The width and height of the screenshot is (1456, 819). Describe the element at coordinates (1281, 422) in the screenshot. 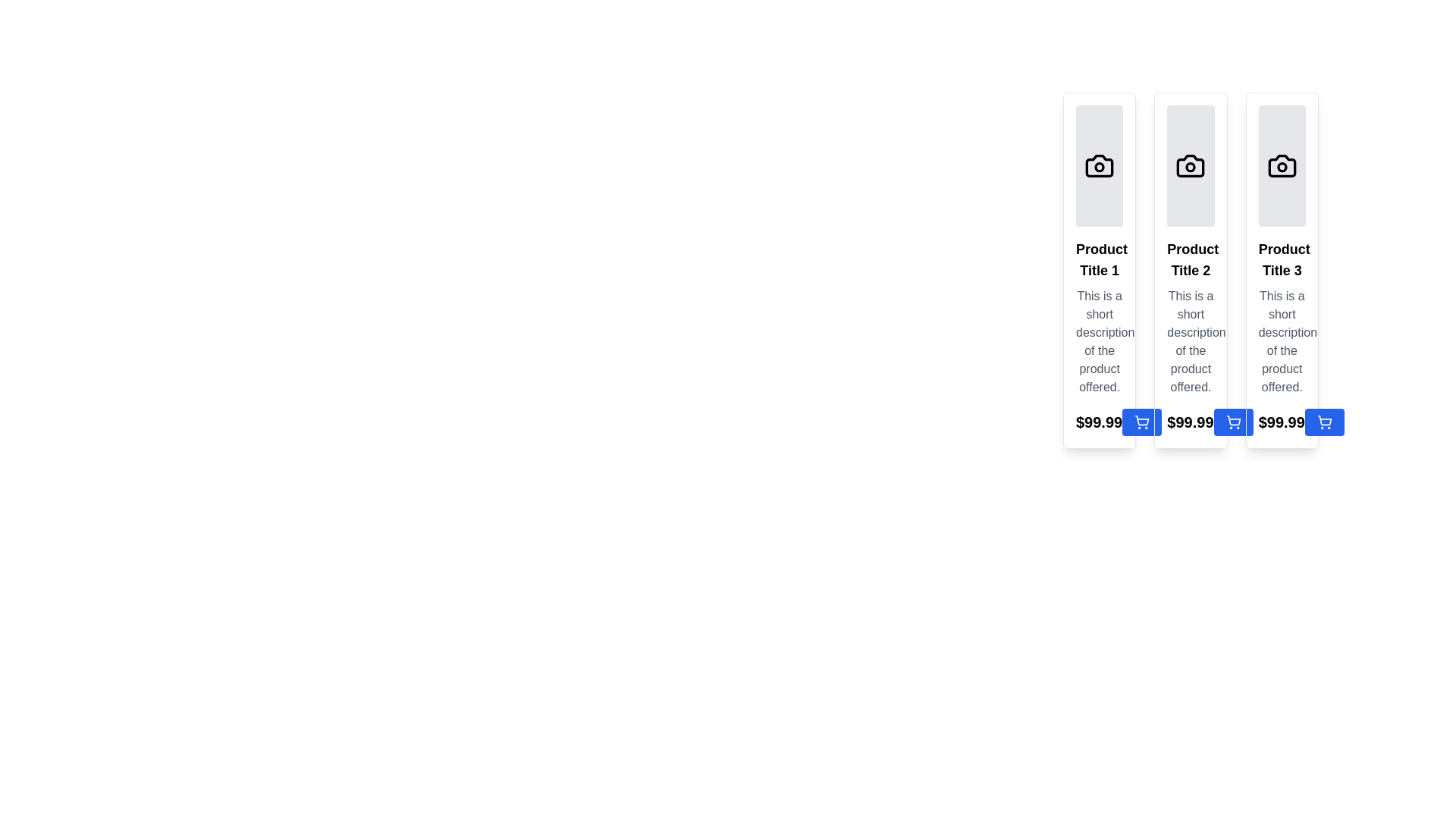

I see `price displayed in the bold text label showing '$99.99' located at the bottom-left corner of the third product card from the left` at that location.